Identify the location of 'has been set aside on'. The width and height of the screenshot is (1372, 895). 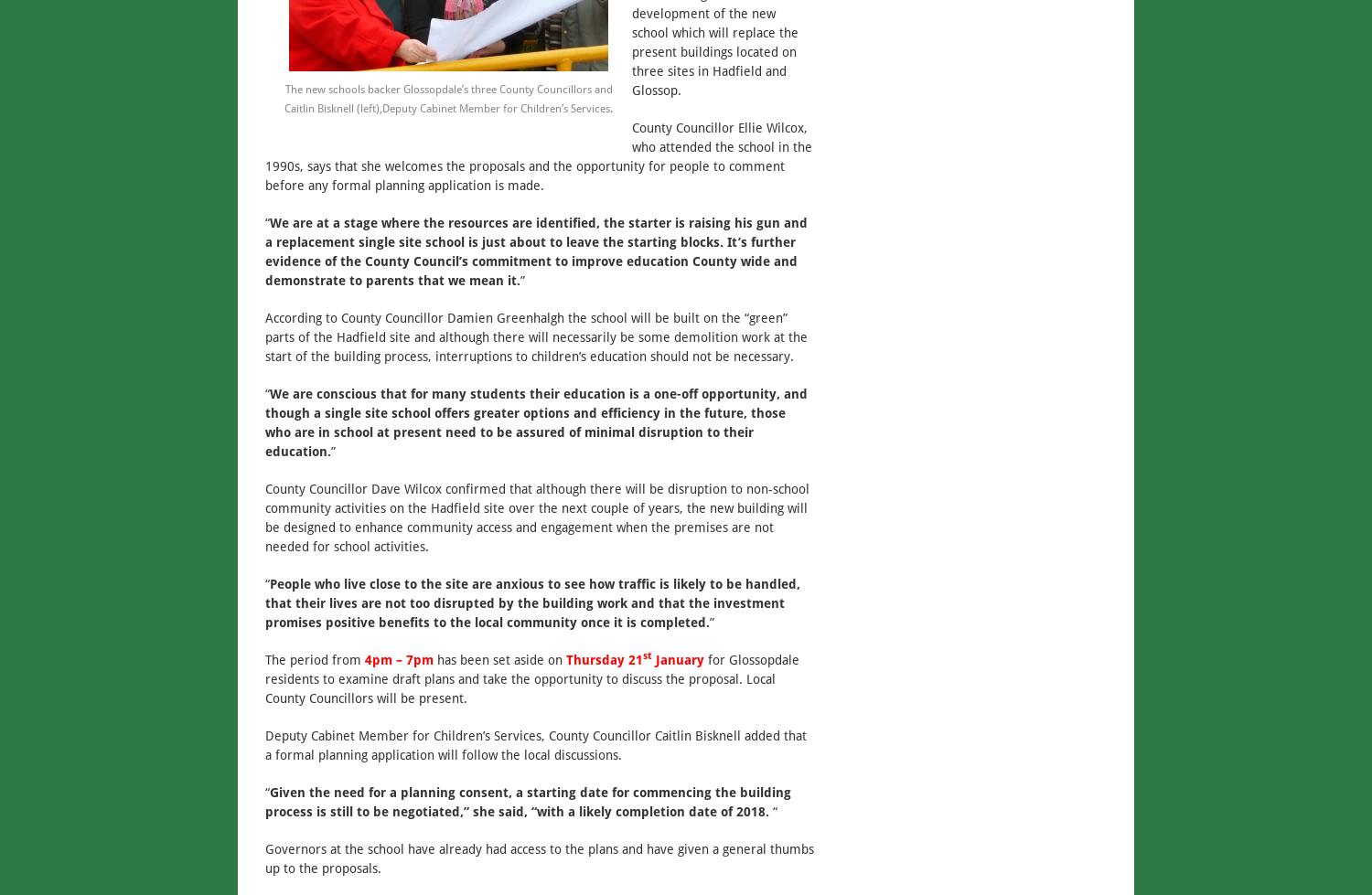
(499, 658).